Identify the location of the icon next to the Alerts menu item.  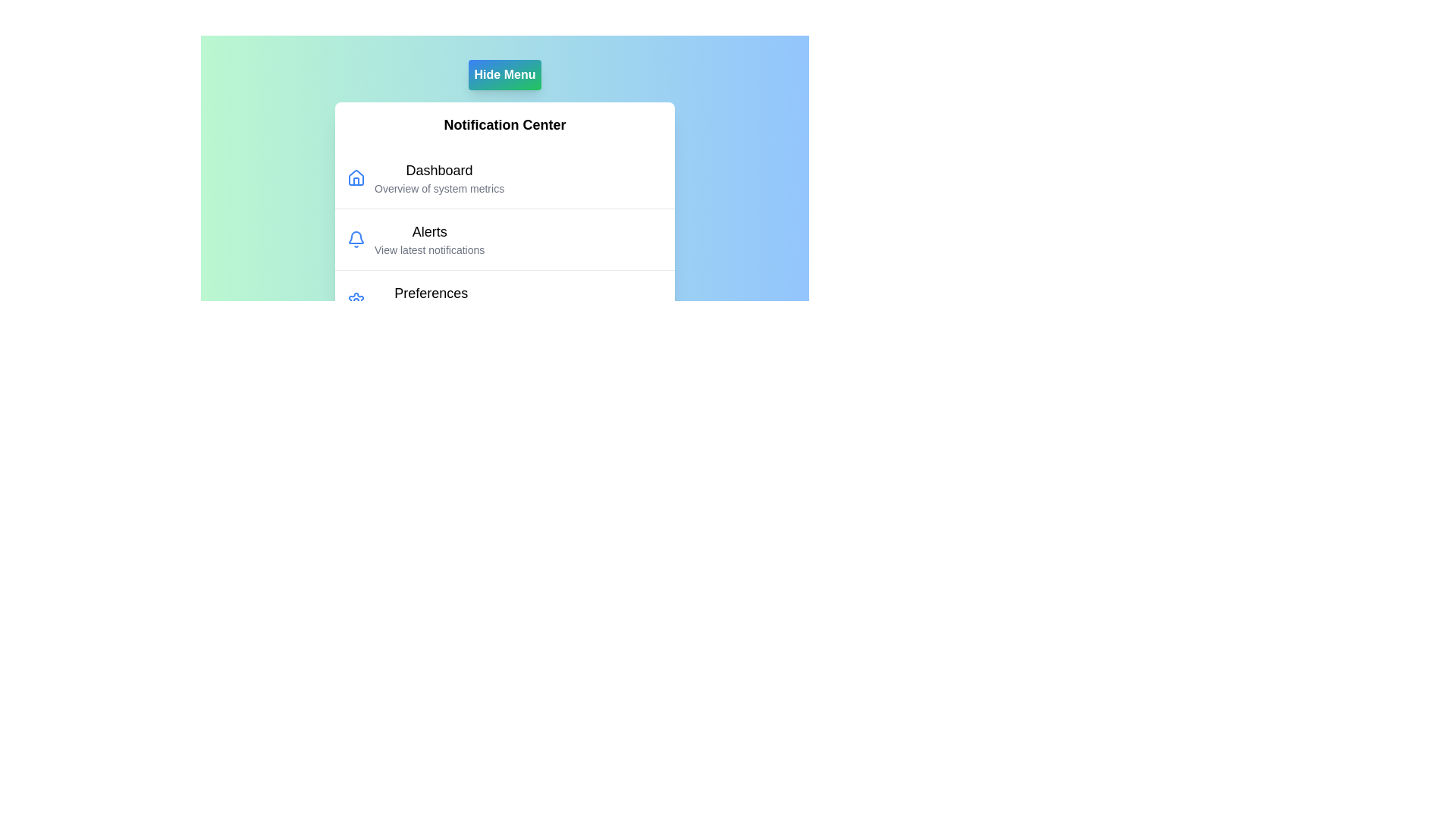
(356, 239).